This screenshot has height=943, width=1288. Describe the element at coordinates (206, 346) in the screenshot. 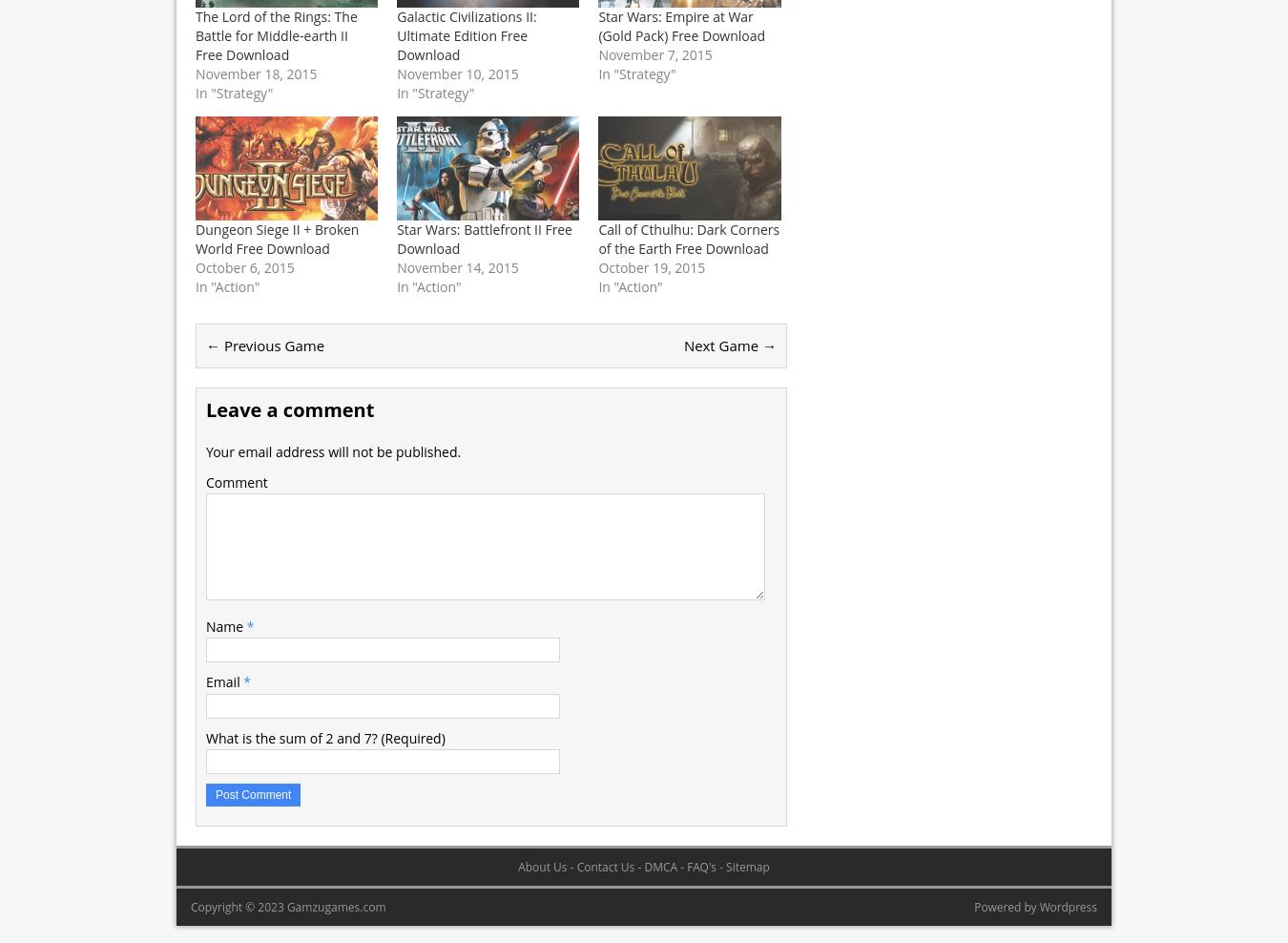

I see `'← Previous Game'` at that location.